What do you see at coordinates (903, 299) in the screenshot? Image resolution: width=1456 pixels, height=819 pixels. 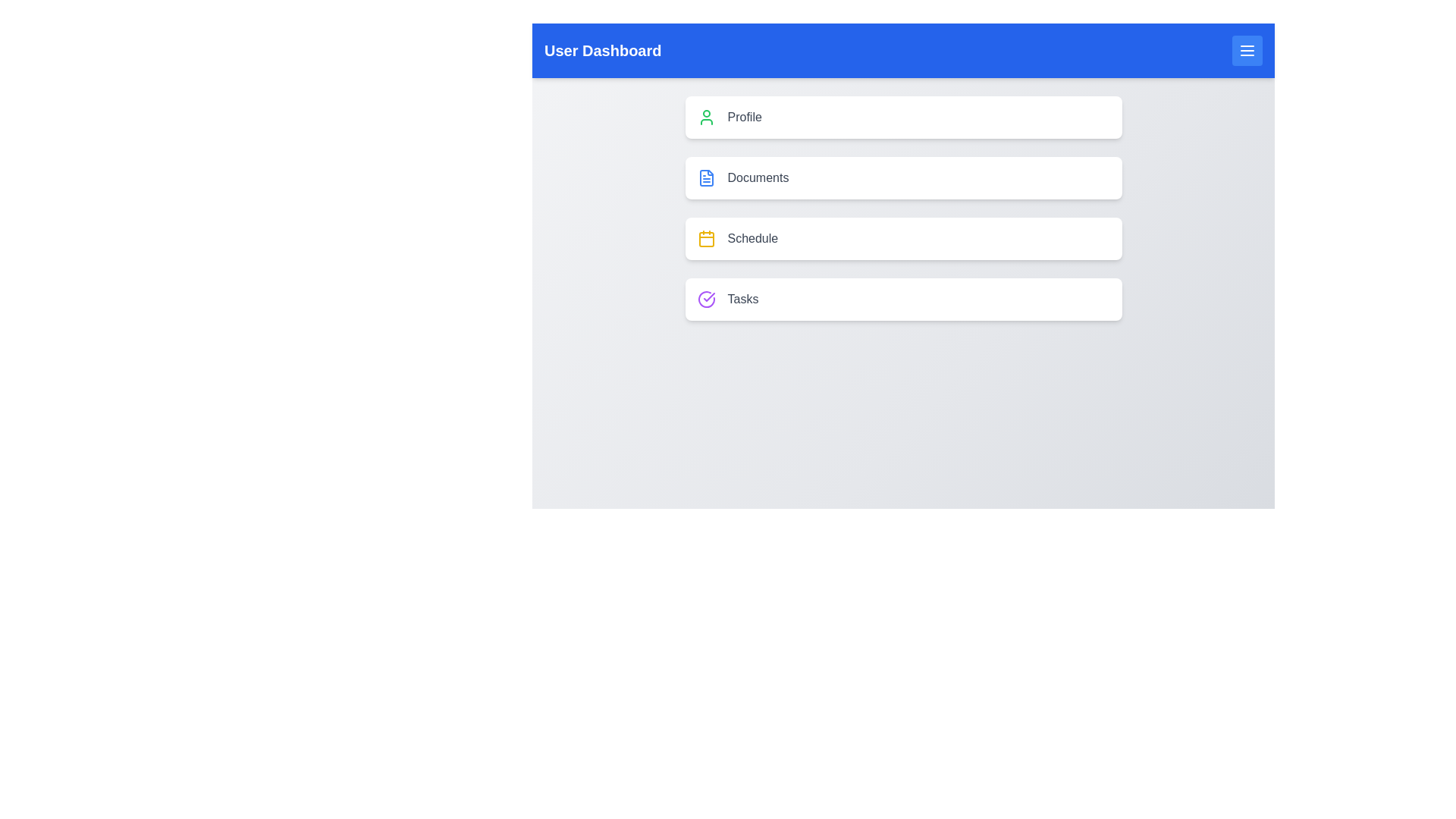 I see `the menu item Tasks` at bounding box center [903, 299].